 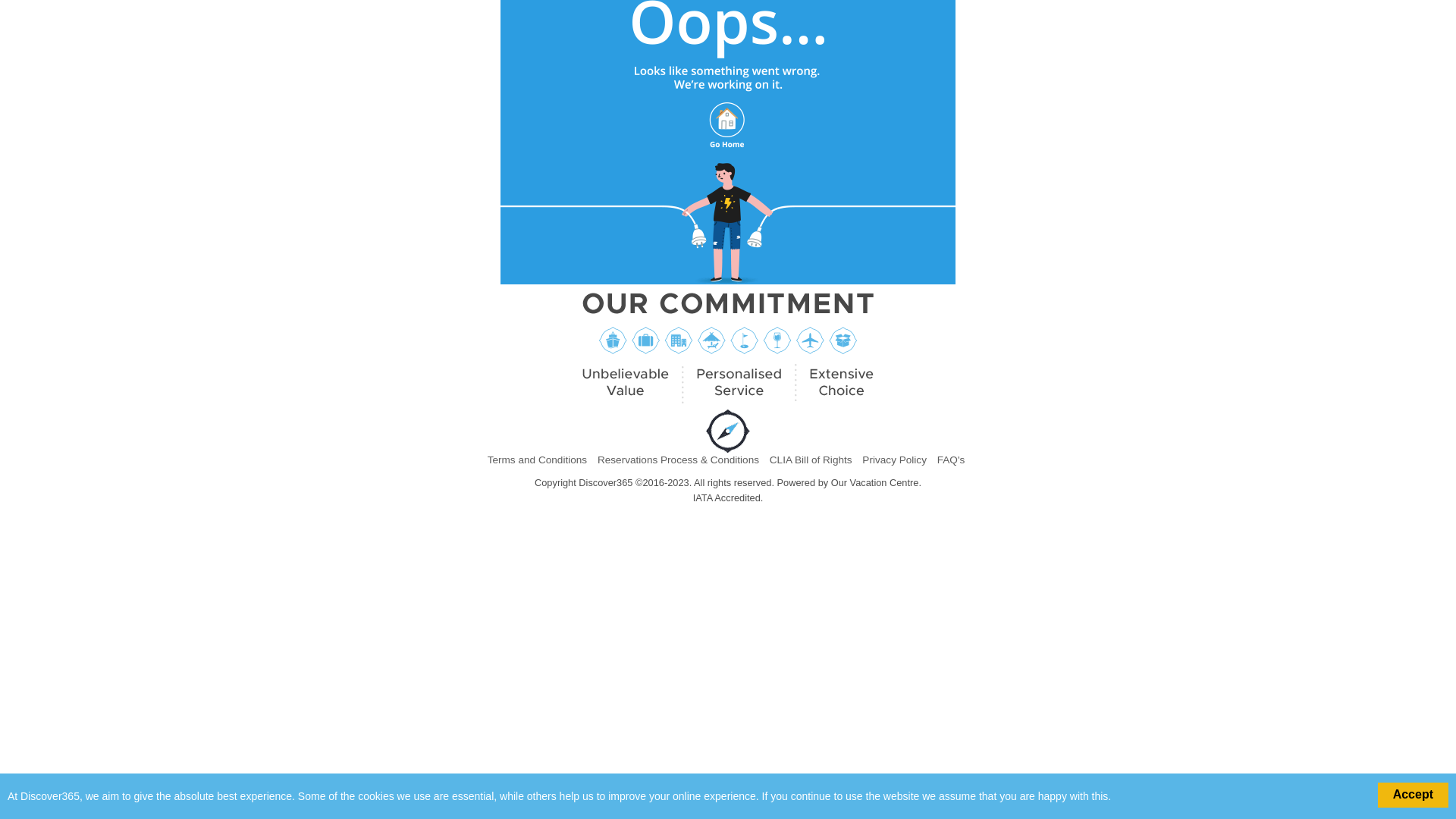 What do you see at coordinates (596, 459) in the screenshot?
I see `'Reservations Process & Conditions'` at bounding box center [596, 459].